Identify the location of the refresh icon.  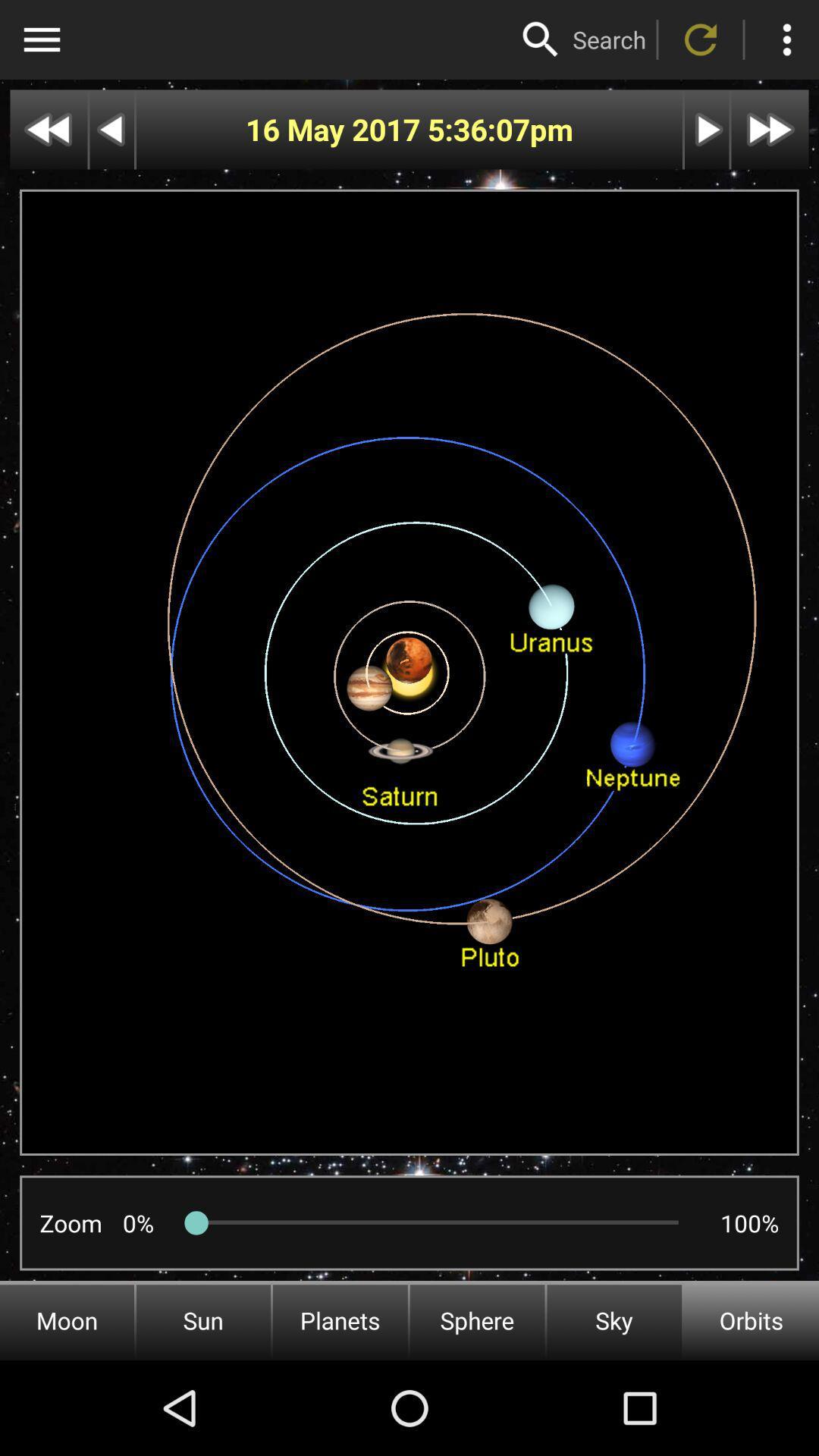
(701, 39).